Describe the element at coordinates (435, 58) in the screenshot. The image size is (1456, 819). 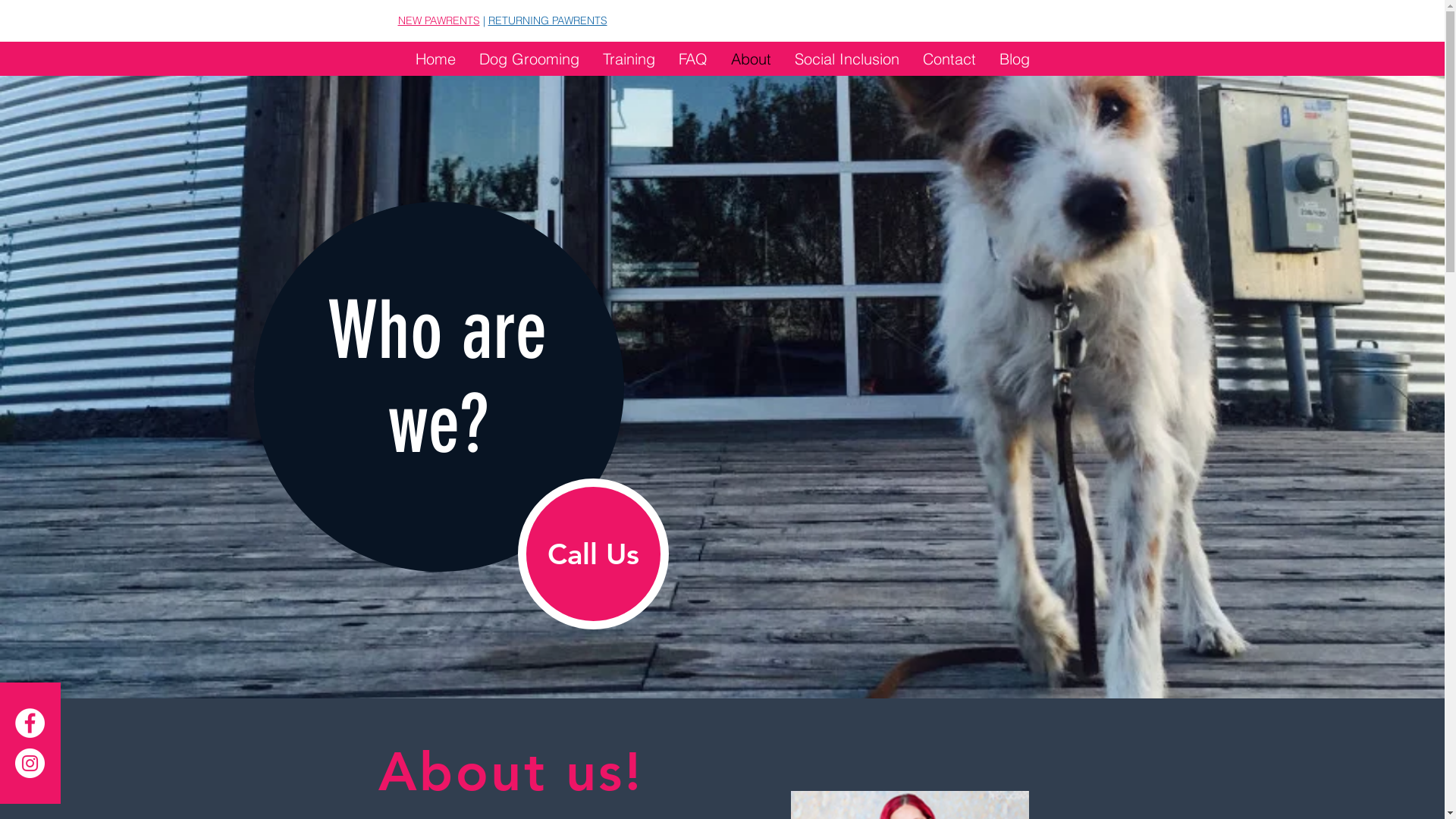
I see `'Home'` at that location.